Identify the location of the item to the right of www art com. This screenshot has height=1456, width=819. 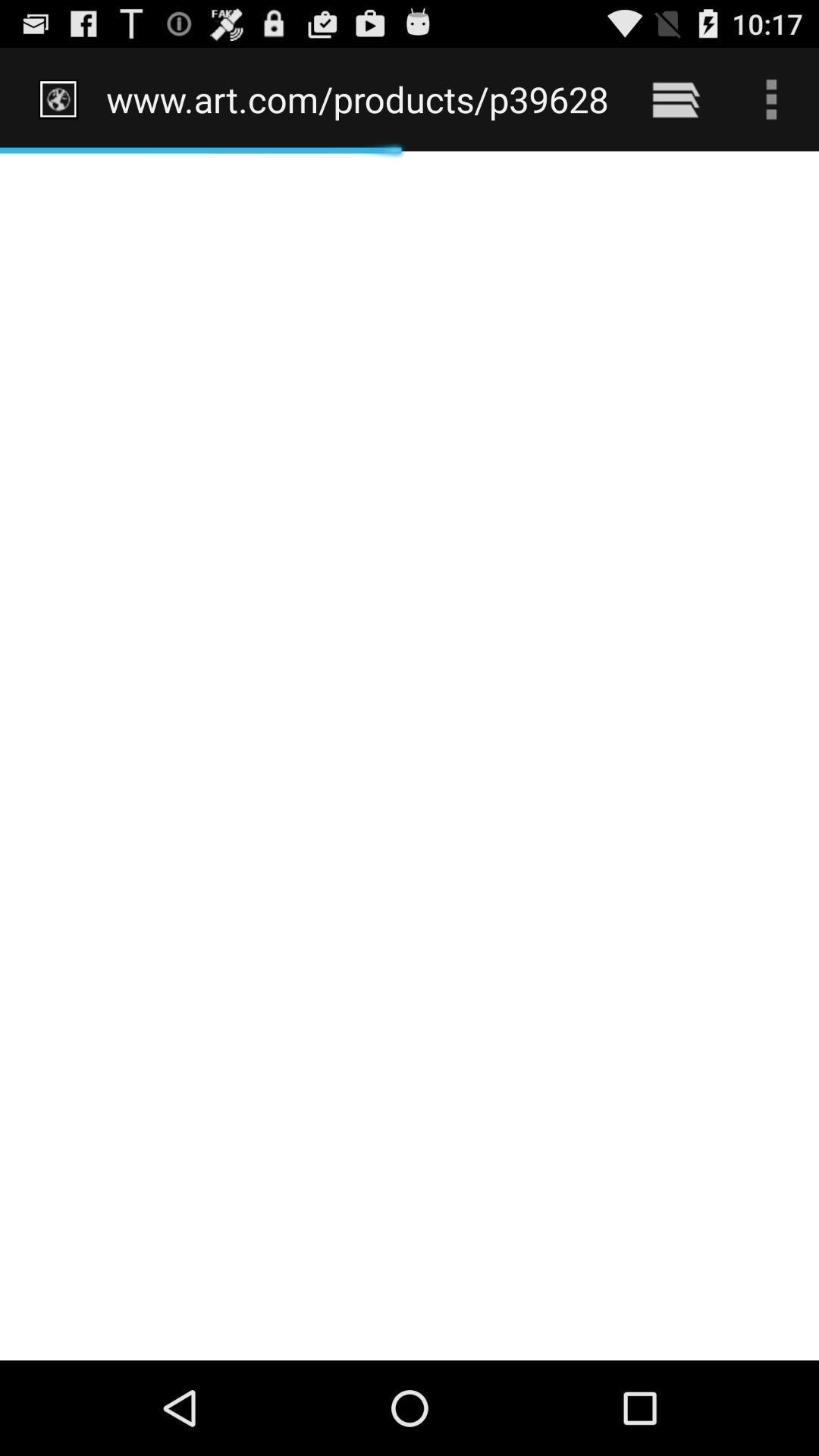
(675, 99).